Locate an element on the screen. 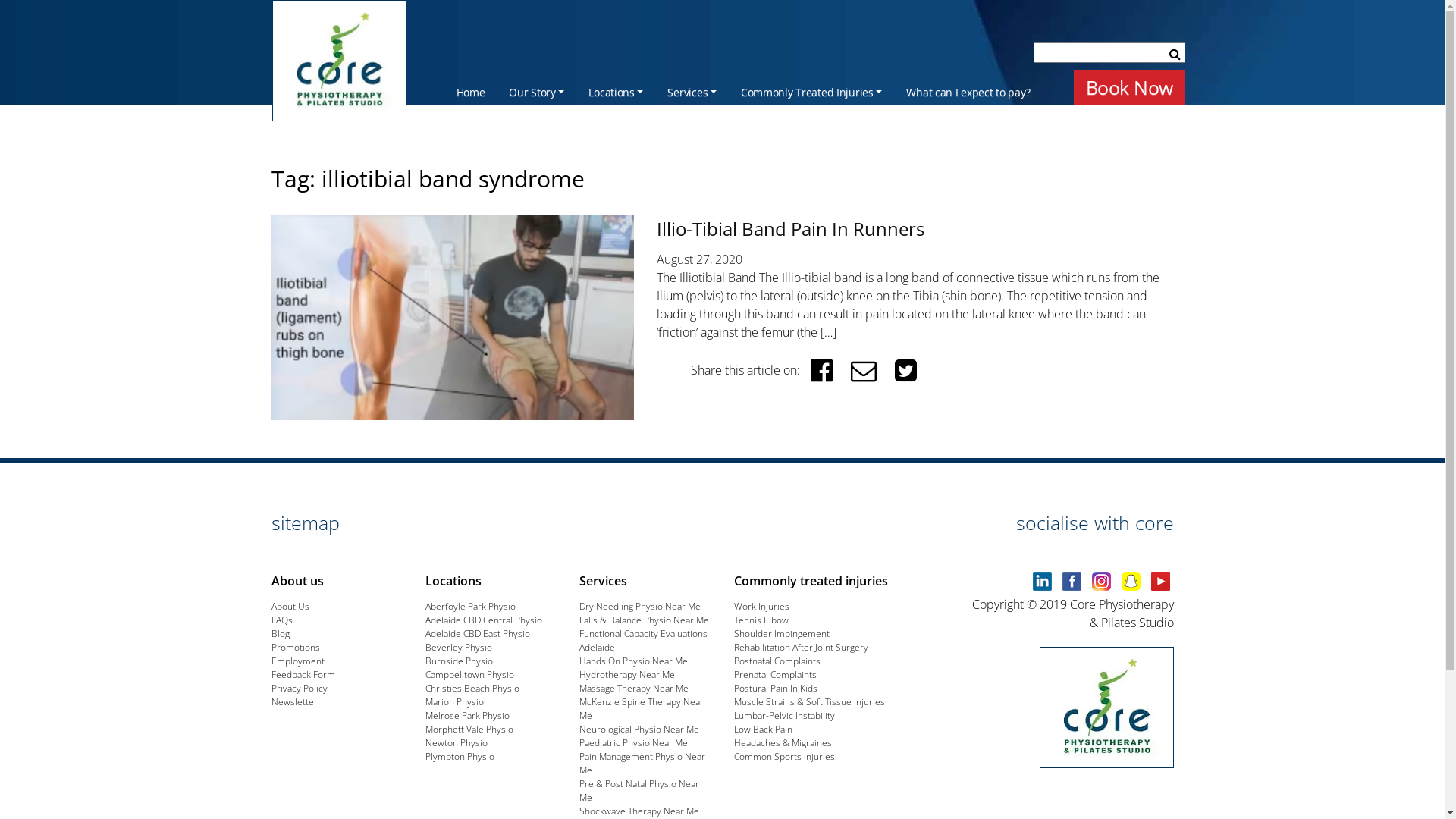 The height and width of the screenshot is (819, 1456). 'Pain Management Physio Near Me' is located at coordinates (642, 763).